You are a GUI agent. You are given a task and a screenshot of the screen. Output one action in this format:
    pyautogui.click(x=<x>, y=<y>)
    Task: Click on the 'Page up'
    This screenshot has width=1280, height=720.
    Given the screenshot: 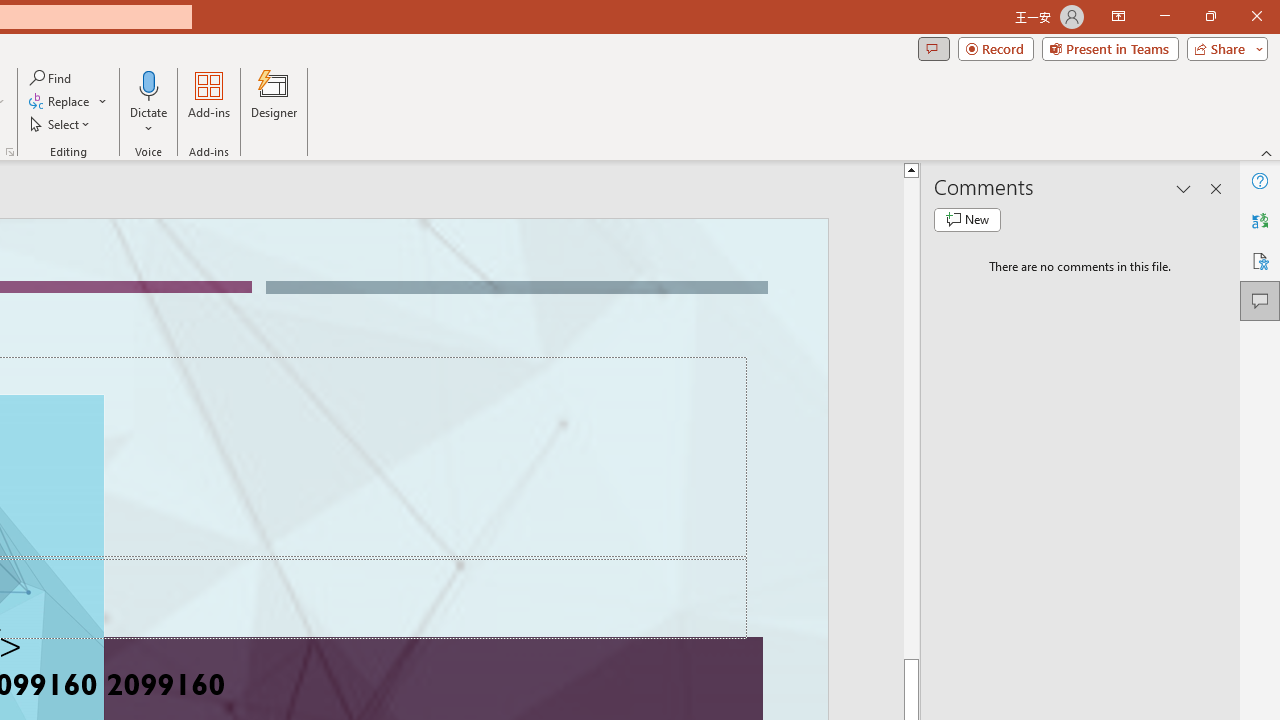 What is the action you would take?
    pyautogui.click(x=910, y=417)
    